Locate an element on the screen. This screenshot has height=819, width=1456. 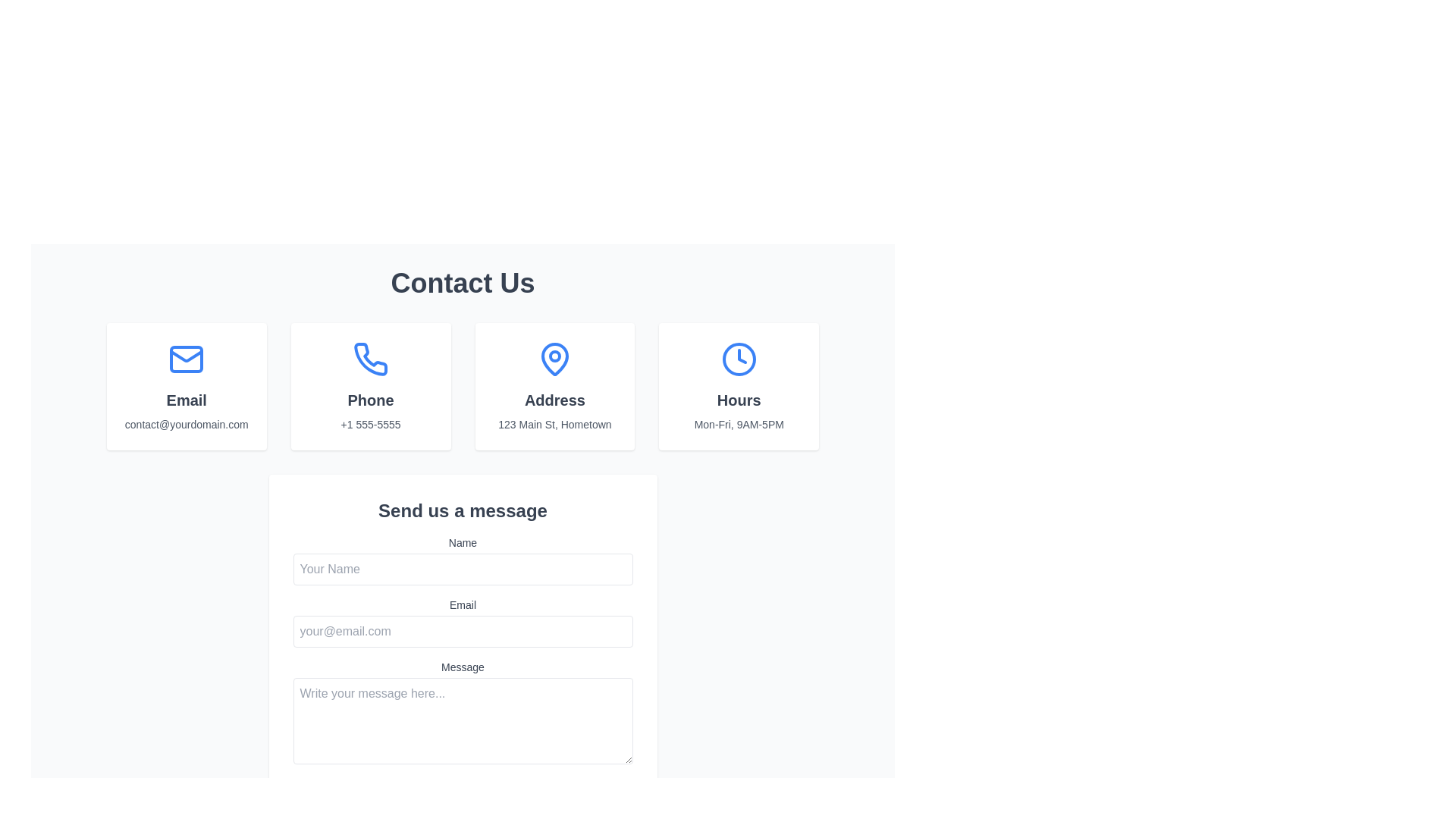
the bold text label reading 'Address' styled in an extra-large dark gray font, located within the center section of a card under 'Contact Us', positioned below the circular pin icon is located at coordinates (554, 400).